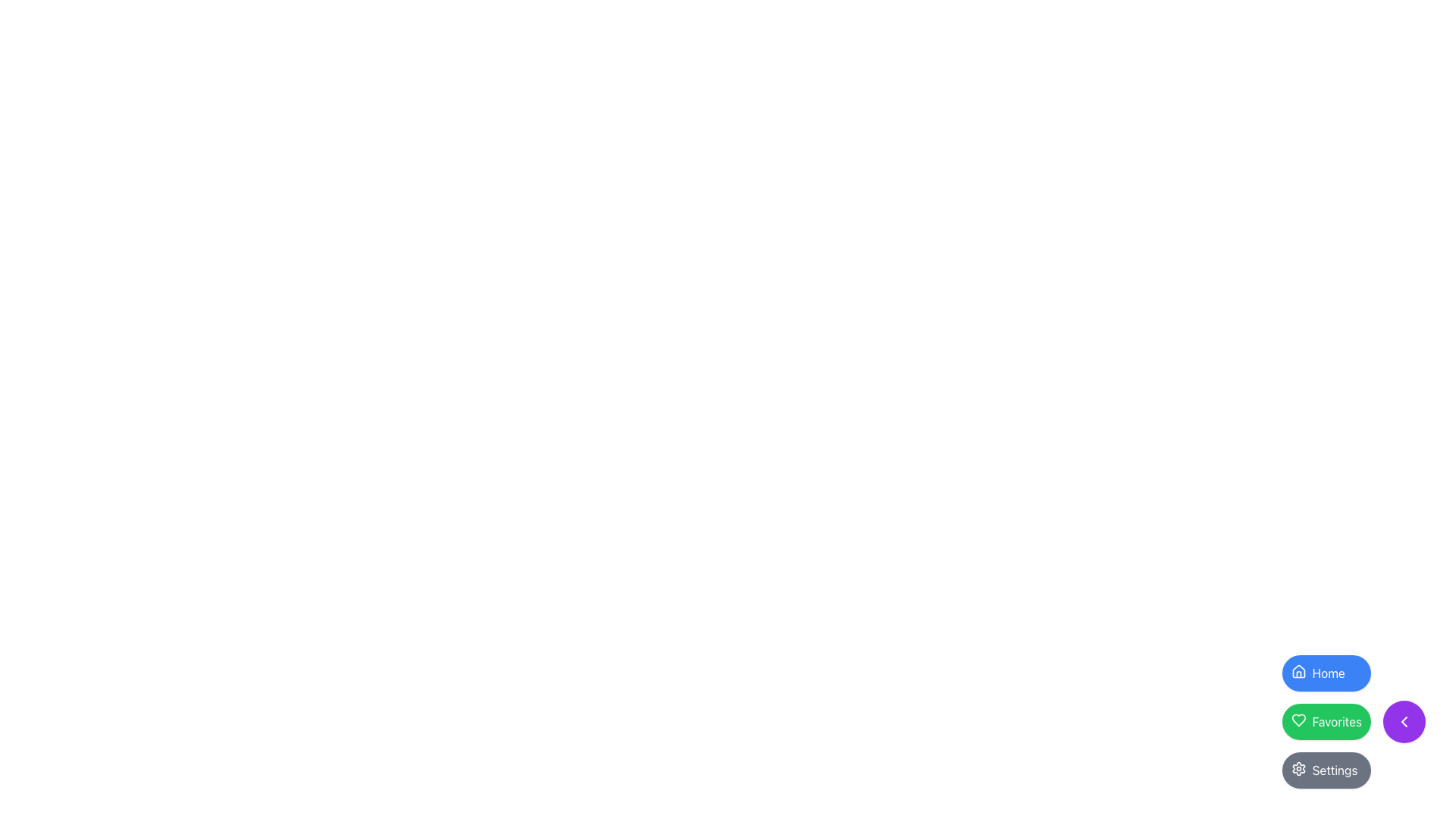 Image resolution: width=1456 pixels, height=819 pixels. I want to click on the heart icon representing 'Favorites' located within the 'Favorites' button in the bottom-right corner of the interface, so click(1298, 719).